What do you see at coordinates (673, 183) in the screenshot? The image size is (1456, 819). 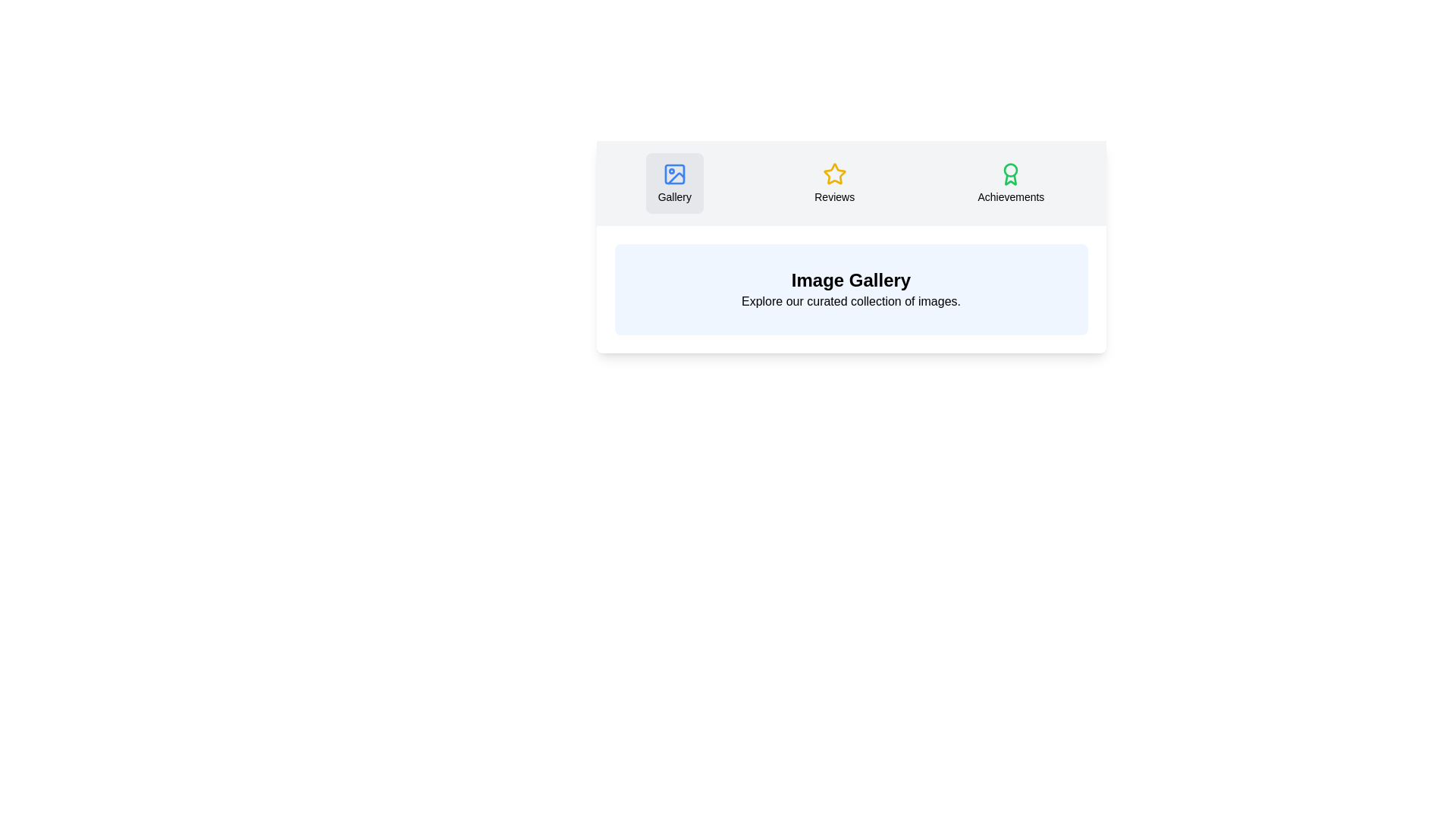 I see `the Gallery tab by clicking on its button` at bounding box center [673, 183].